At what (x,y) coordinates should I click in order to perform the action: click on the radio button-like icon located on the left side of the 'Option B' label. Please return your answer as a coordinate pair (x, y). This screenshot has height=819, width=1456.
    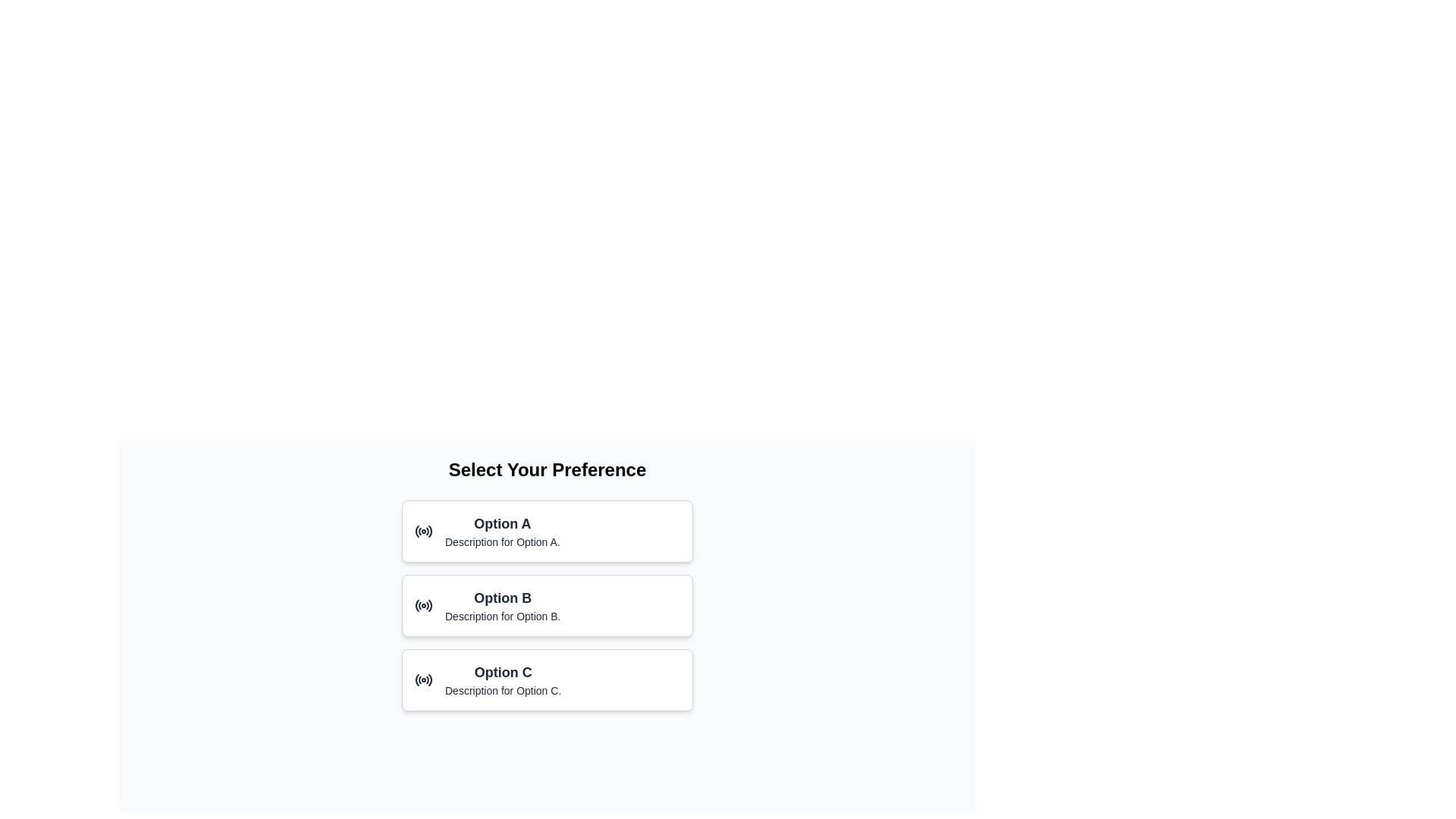
    Looking at the image, I should click on (423, 604).